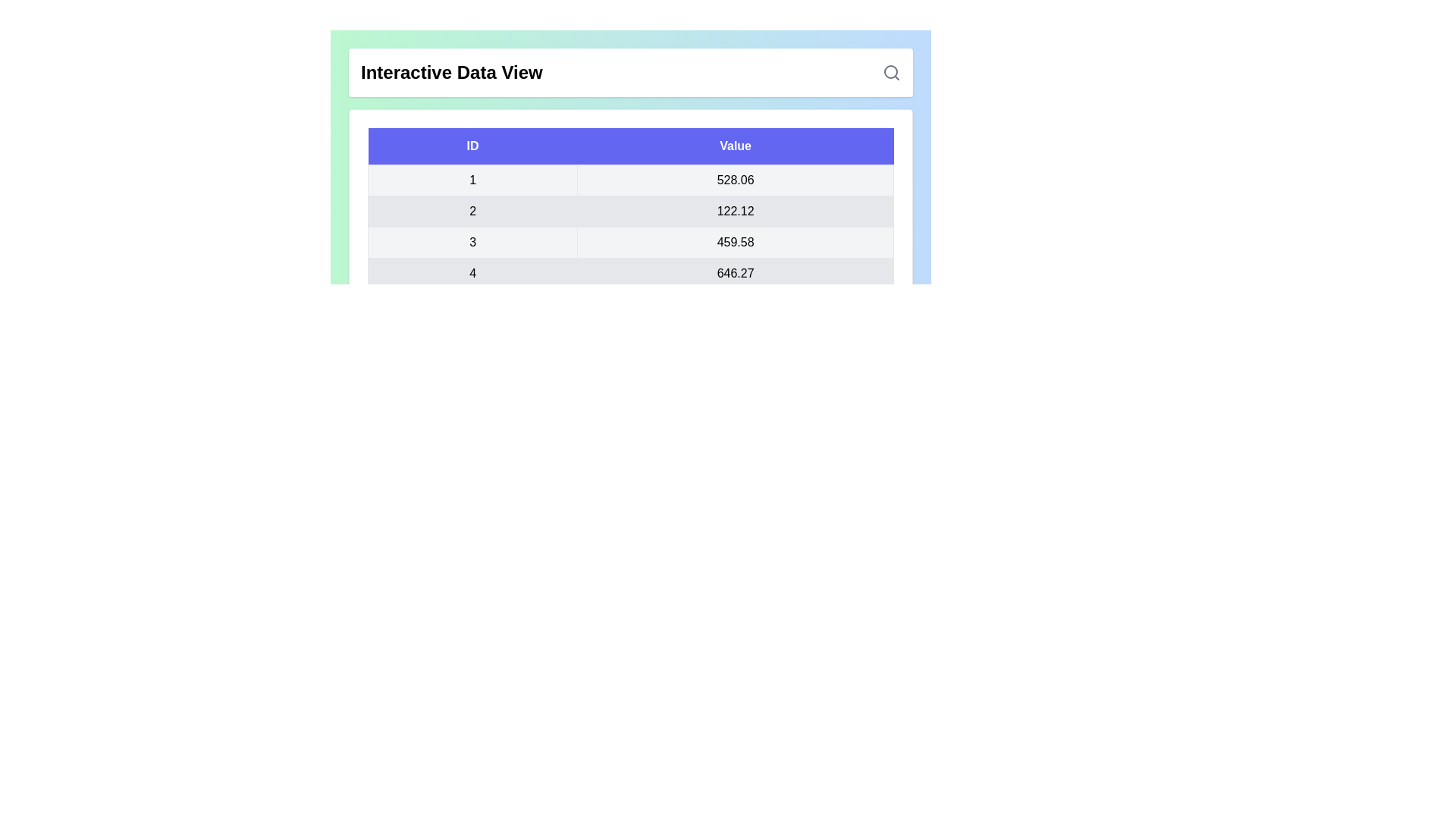 This screenshot has width=1456, height=819. What do you see at coordinates (472, 242) in the screenshot?
I see `the row corresponding to the ID 3 to view its details` at bounding box center [472, 242].